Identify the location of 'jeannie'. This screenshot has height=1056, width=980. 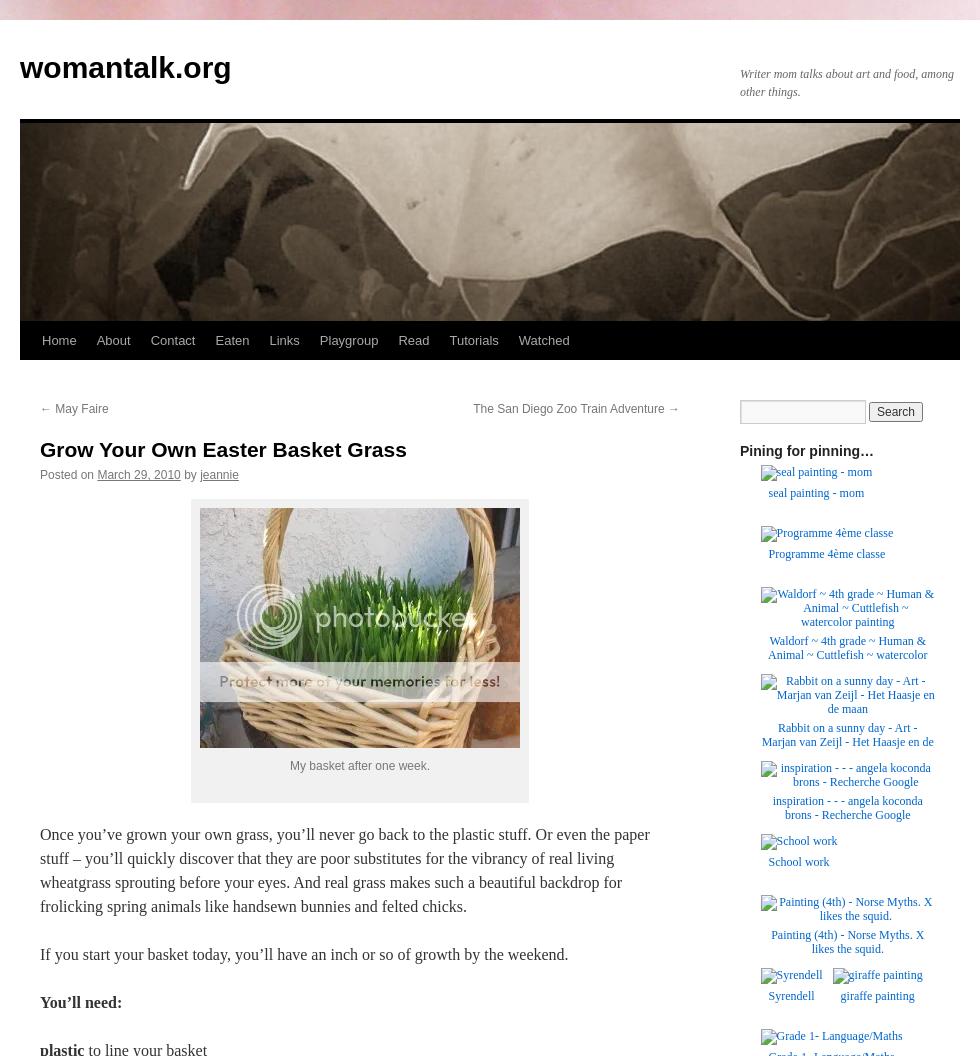
(219, 473).